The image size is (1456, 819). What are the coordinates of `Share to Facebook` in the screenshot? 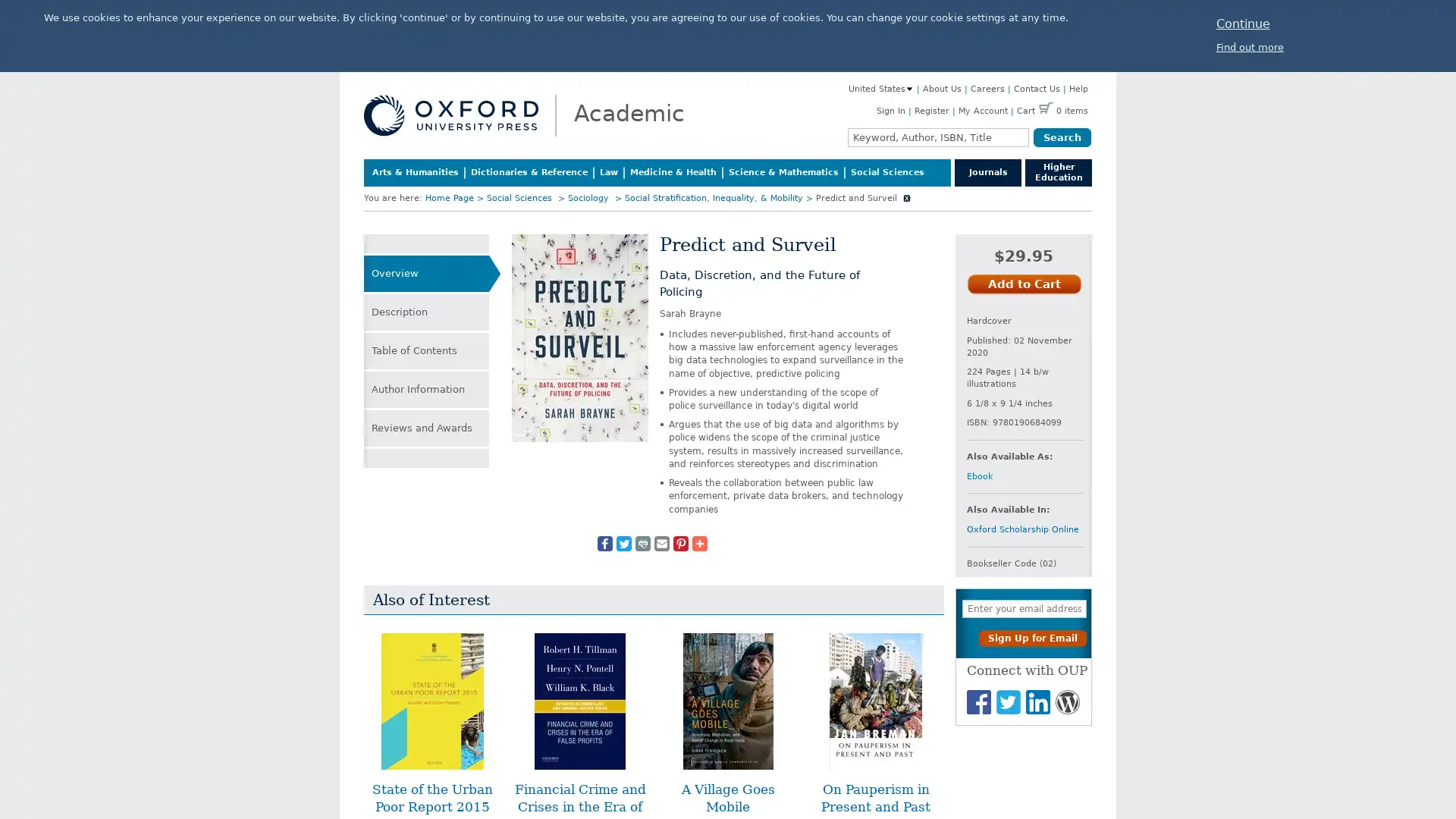 It's located at (603, 542).